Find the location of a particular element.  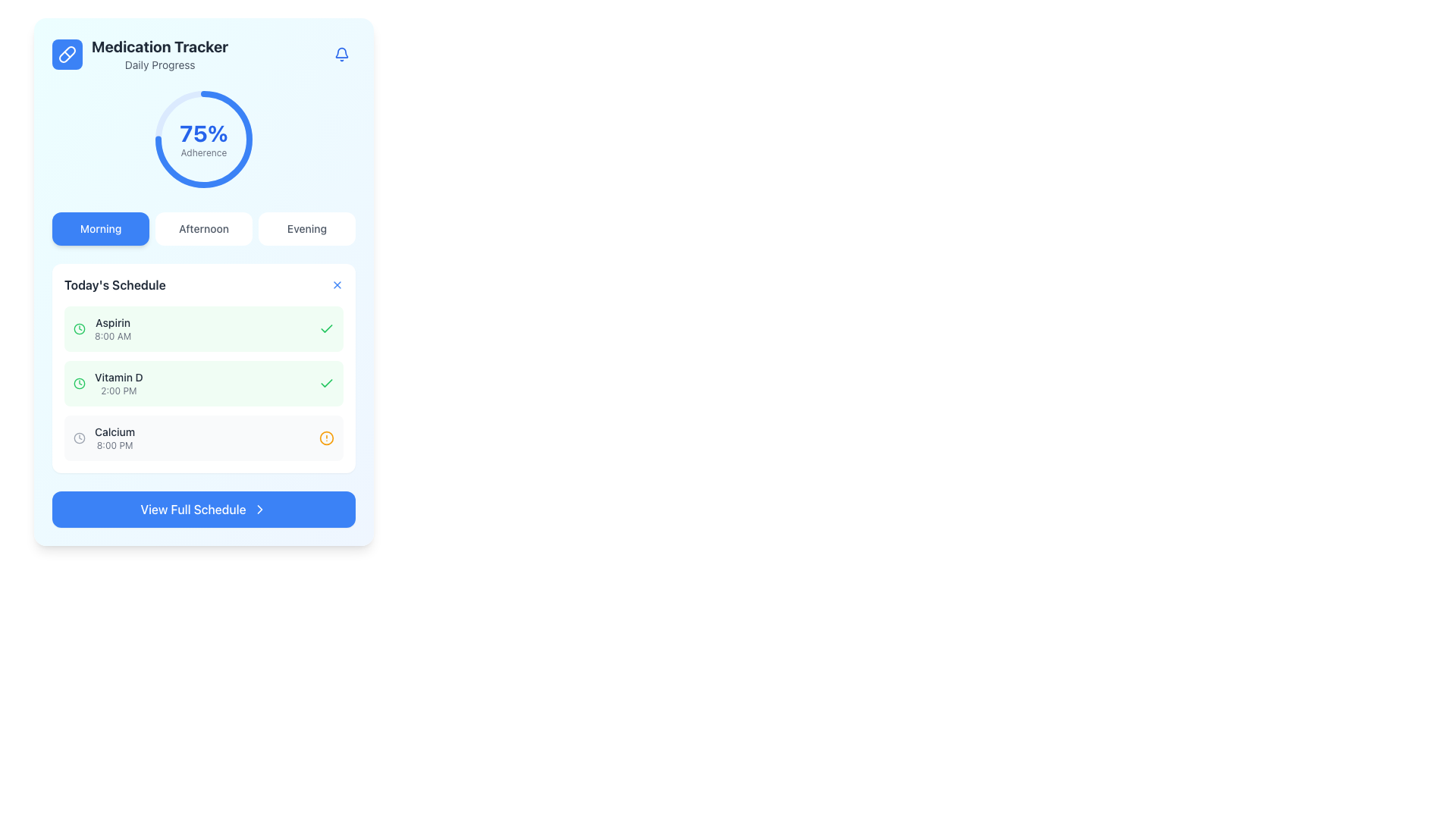

the 'Adherence' text label displayed in light gray font, located below the '75%' label within the progress visualization section of the 'Medication Tracker' card is located at coordinates (202, 152).